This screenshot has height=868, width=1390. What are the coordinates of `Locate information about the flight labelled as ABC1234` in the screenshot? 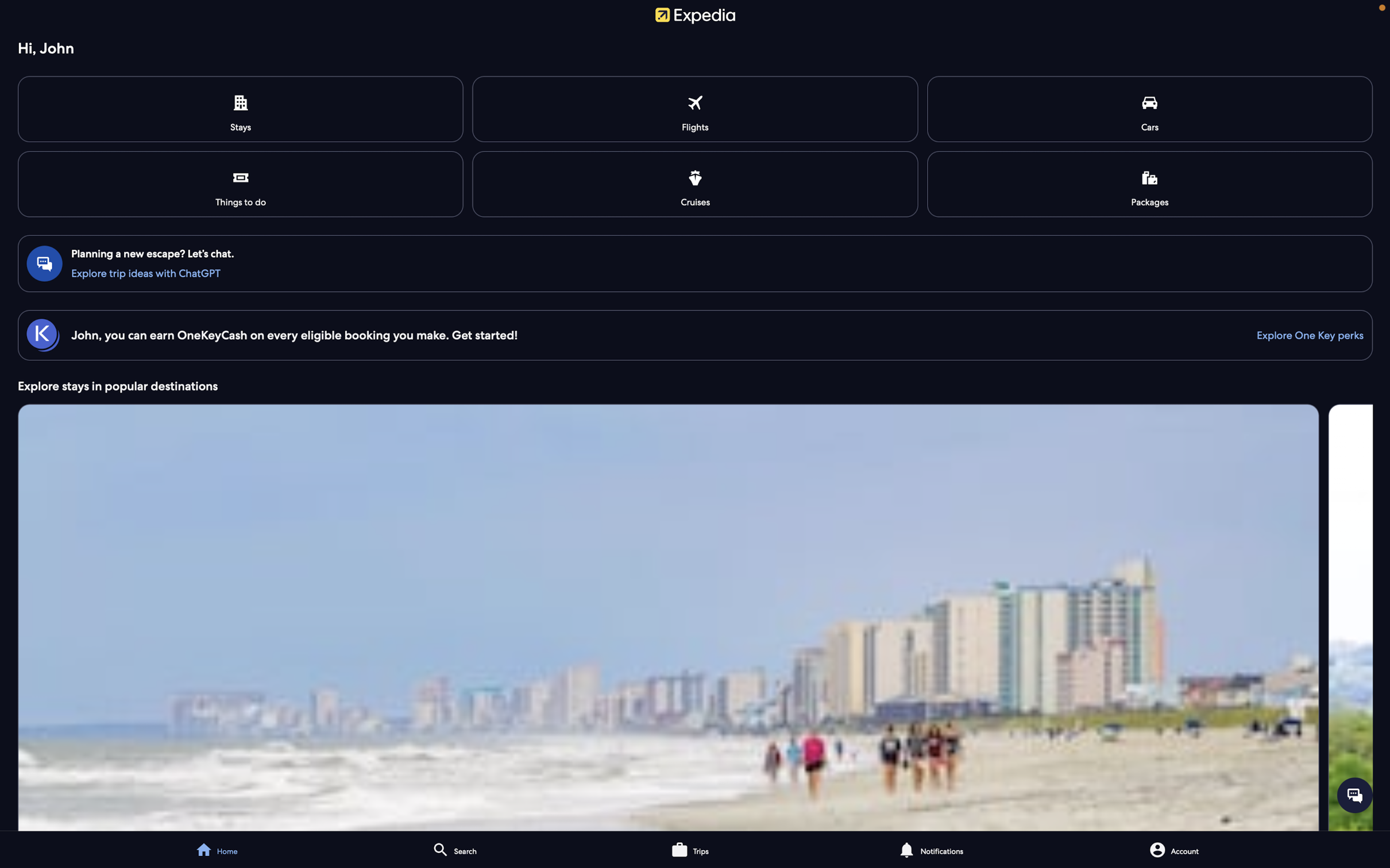 It's located at (696, 109).